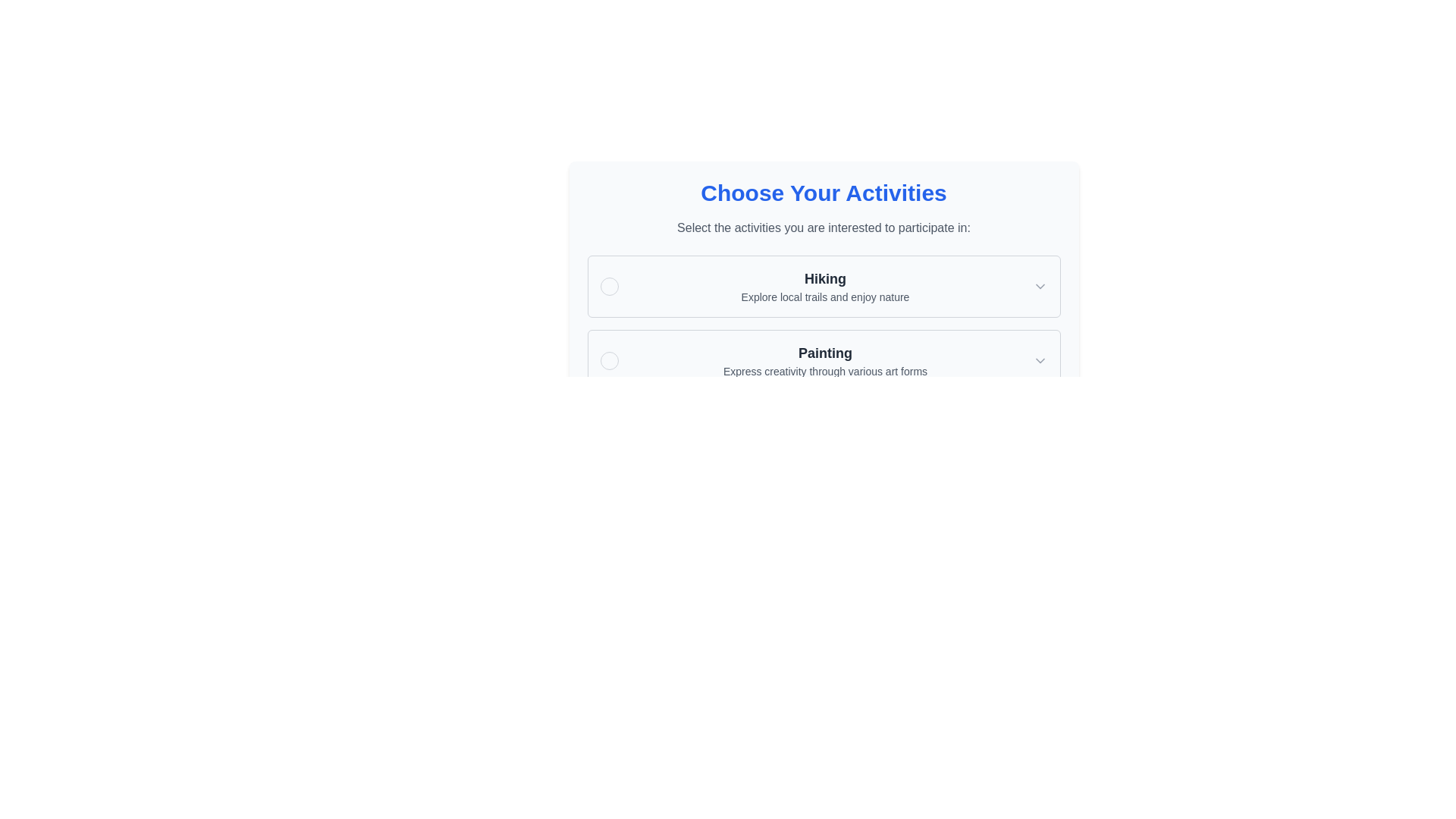  I want to click on the 'Painting' activity selection option, which is the second element, so click(823, 360).